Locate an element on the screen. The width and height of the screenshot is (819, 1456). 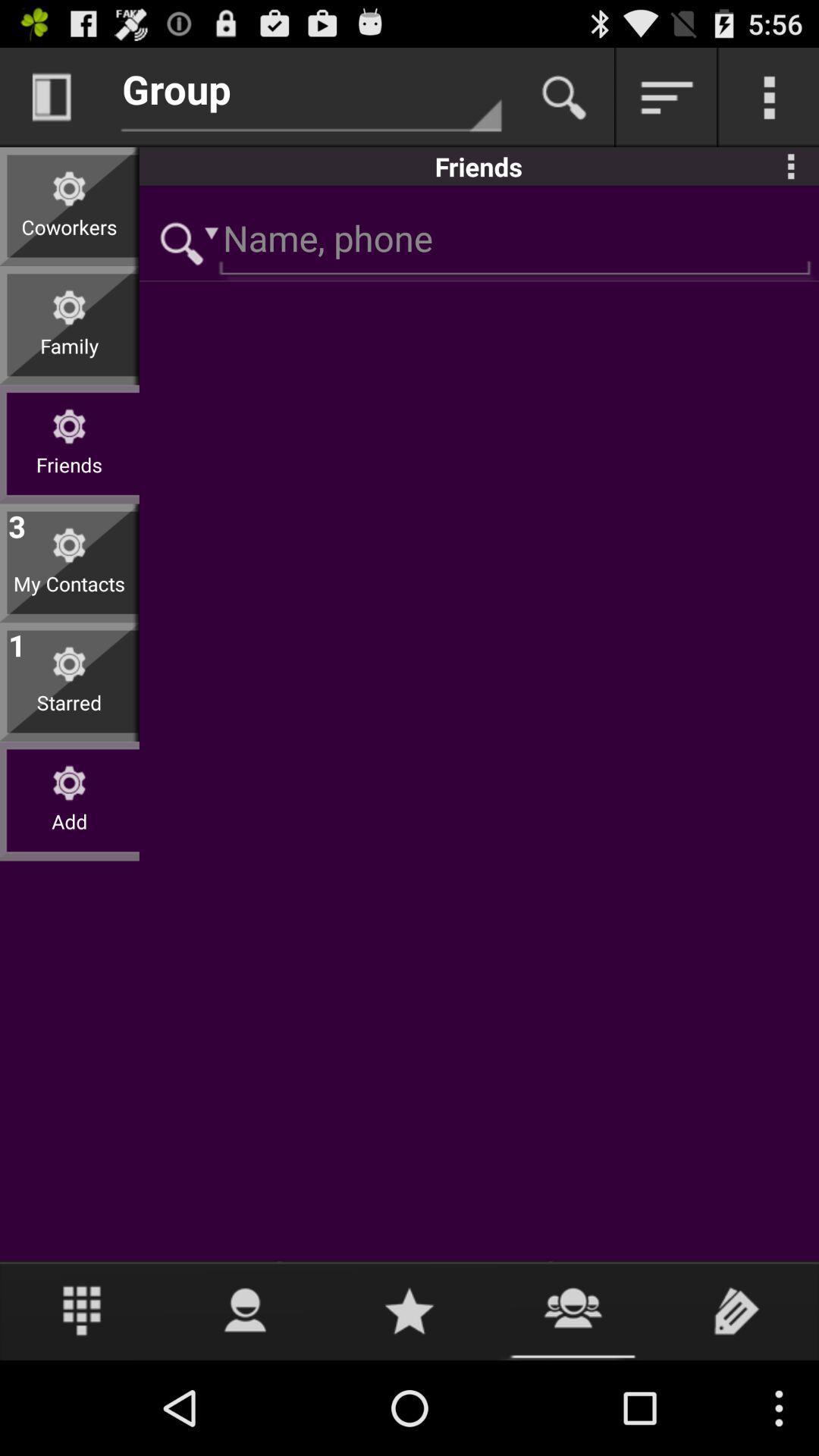
the more icon is located at coordinates (769, 103).